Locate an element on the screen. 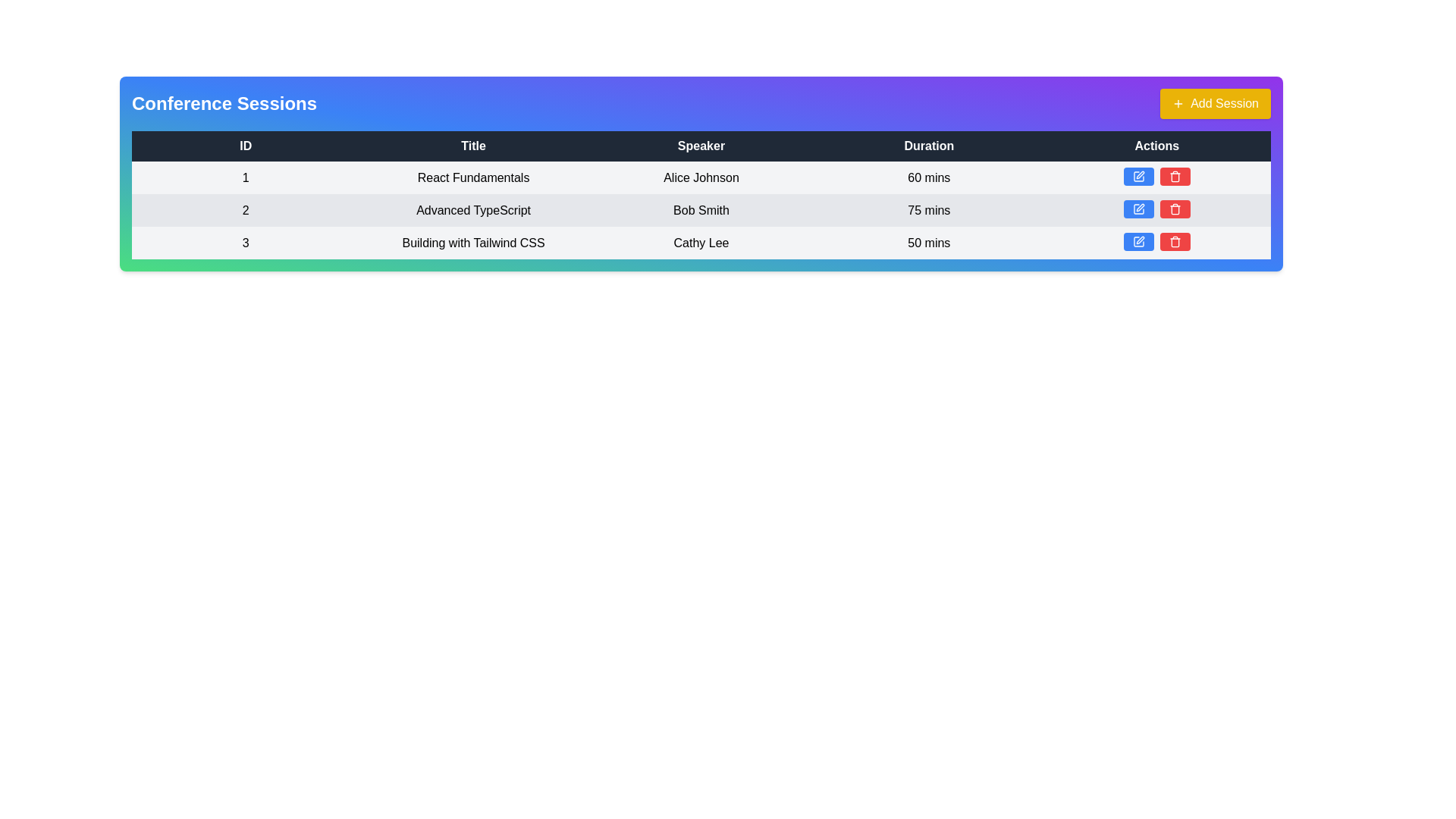  the plus-shaped icon located to the left of the 'Add Session' text within the yellow button at the top right corner of the interface is located at coordinates (1178, 103).